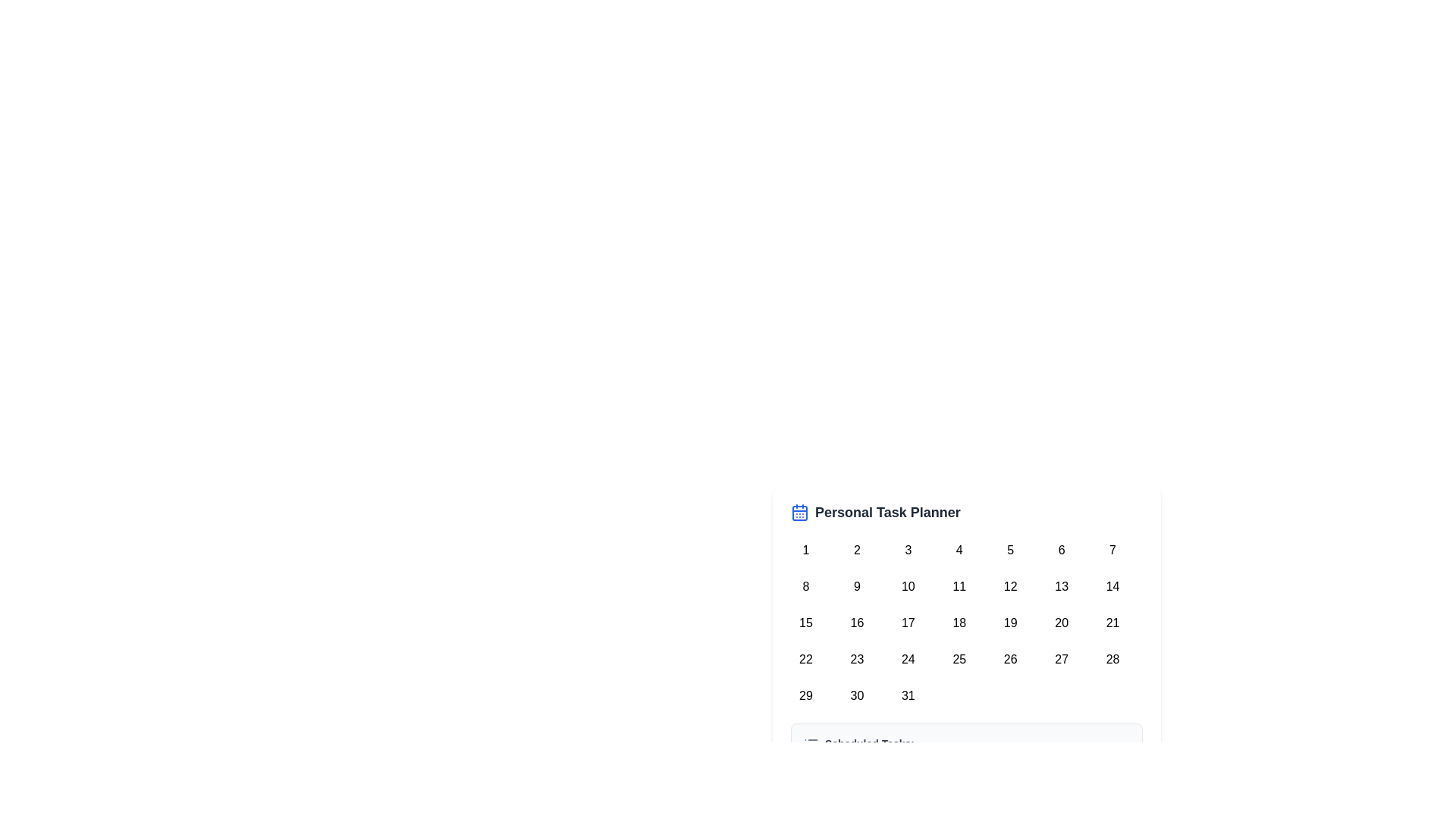 This screenshot has width=1456, height=819. I want to click on the circular button displaying the text '27', so click(1061, 659).